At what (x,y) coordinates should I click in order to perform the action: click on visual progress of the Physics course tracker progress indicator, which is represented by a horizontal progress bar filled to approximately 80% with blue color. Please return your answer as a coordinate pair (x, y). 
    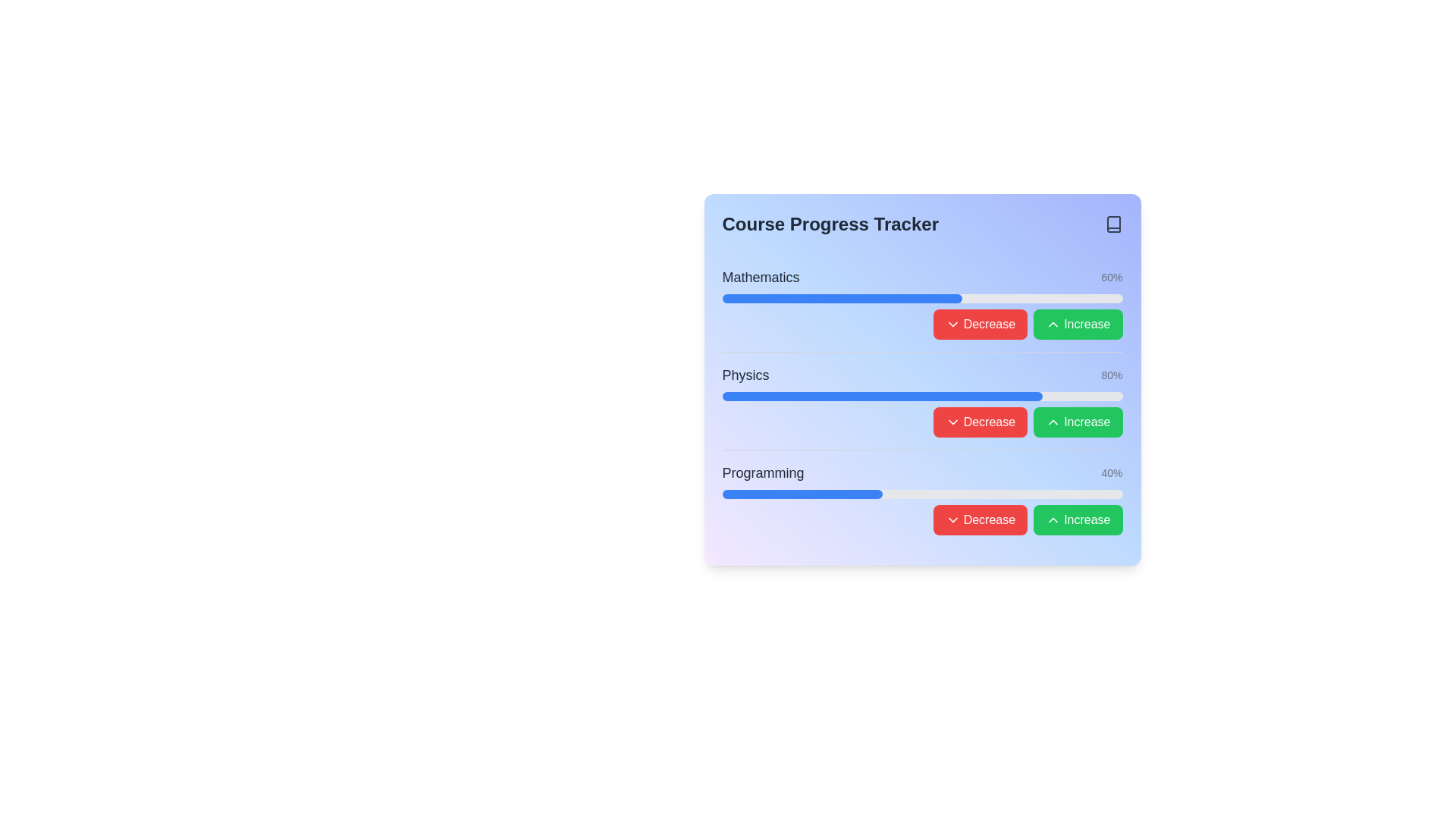
    Looking at the image, I should click on (882, 396).